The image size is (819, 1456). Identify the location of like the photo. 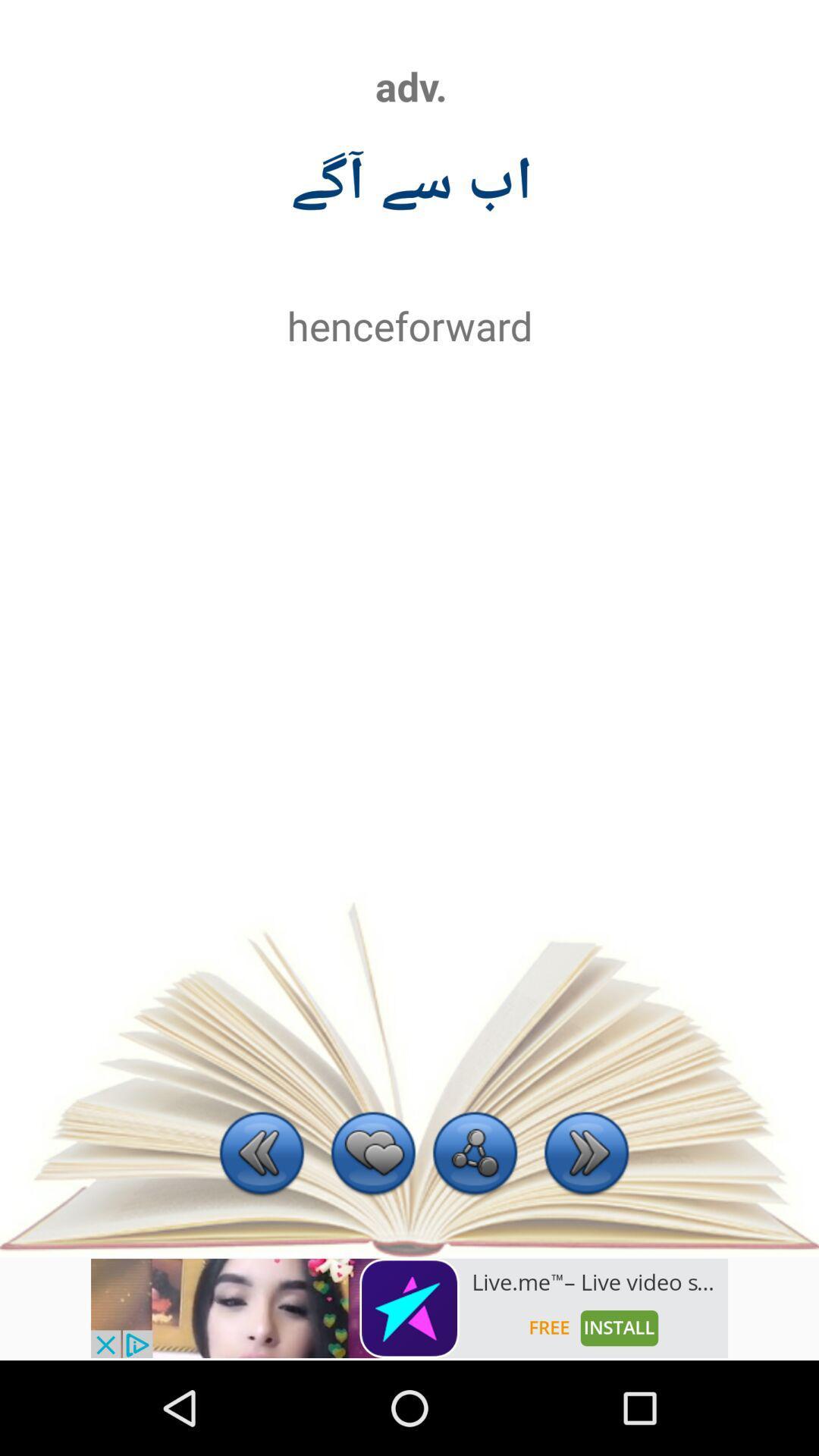
(373, 1154).